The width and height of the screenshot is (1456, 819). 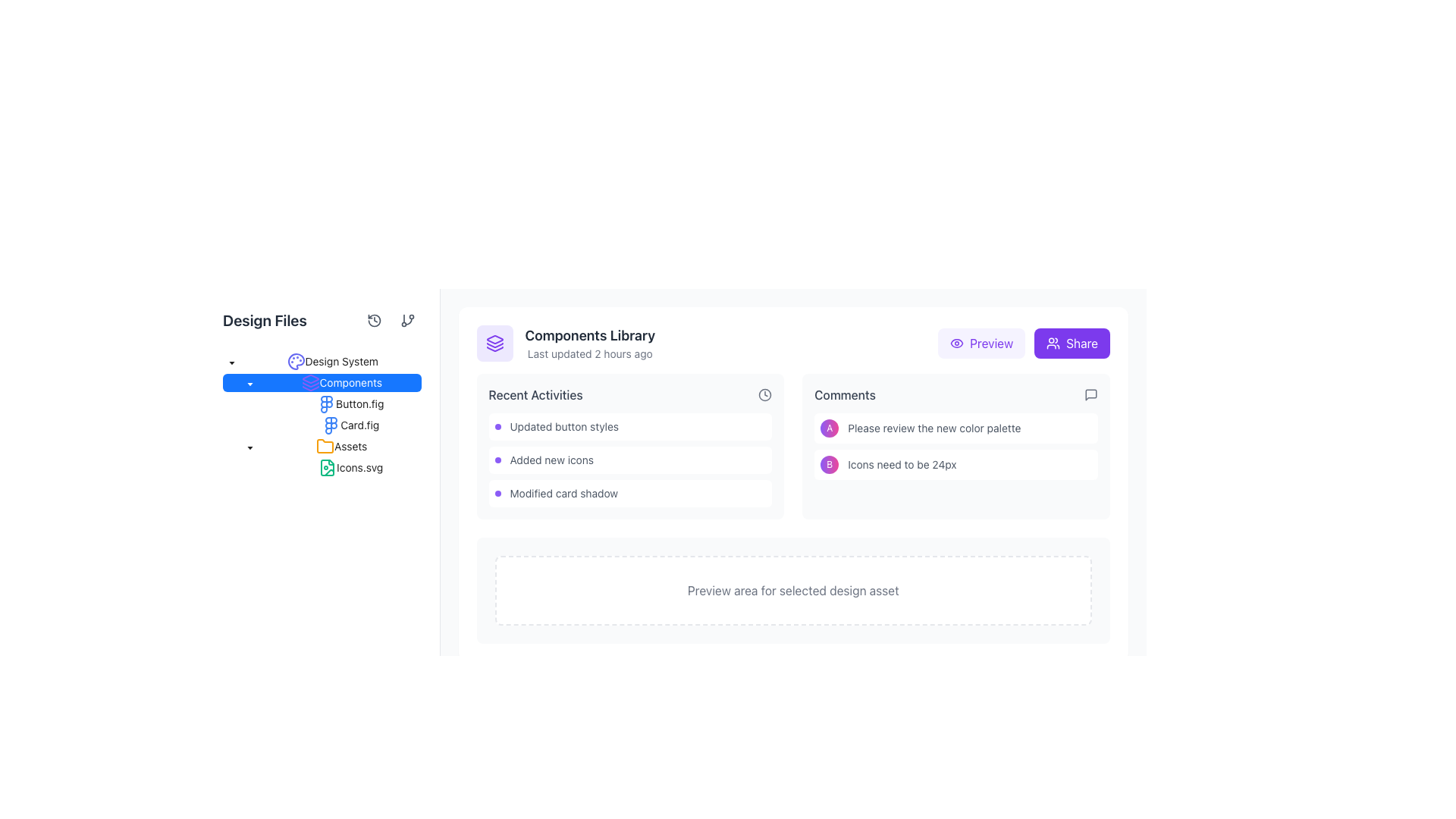 I want to click on the text label 'Assets' in the hierarchical structure, so click(x=350, y=445).